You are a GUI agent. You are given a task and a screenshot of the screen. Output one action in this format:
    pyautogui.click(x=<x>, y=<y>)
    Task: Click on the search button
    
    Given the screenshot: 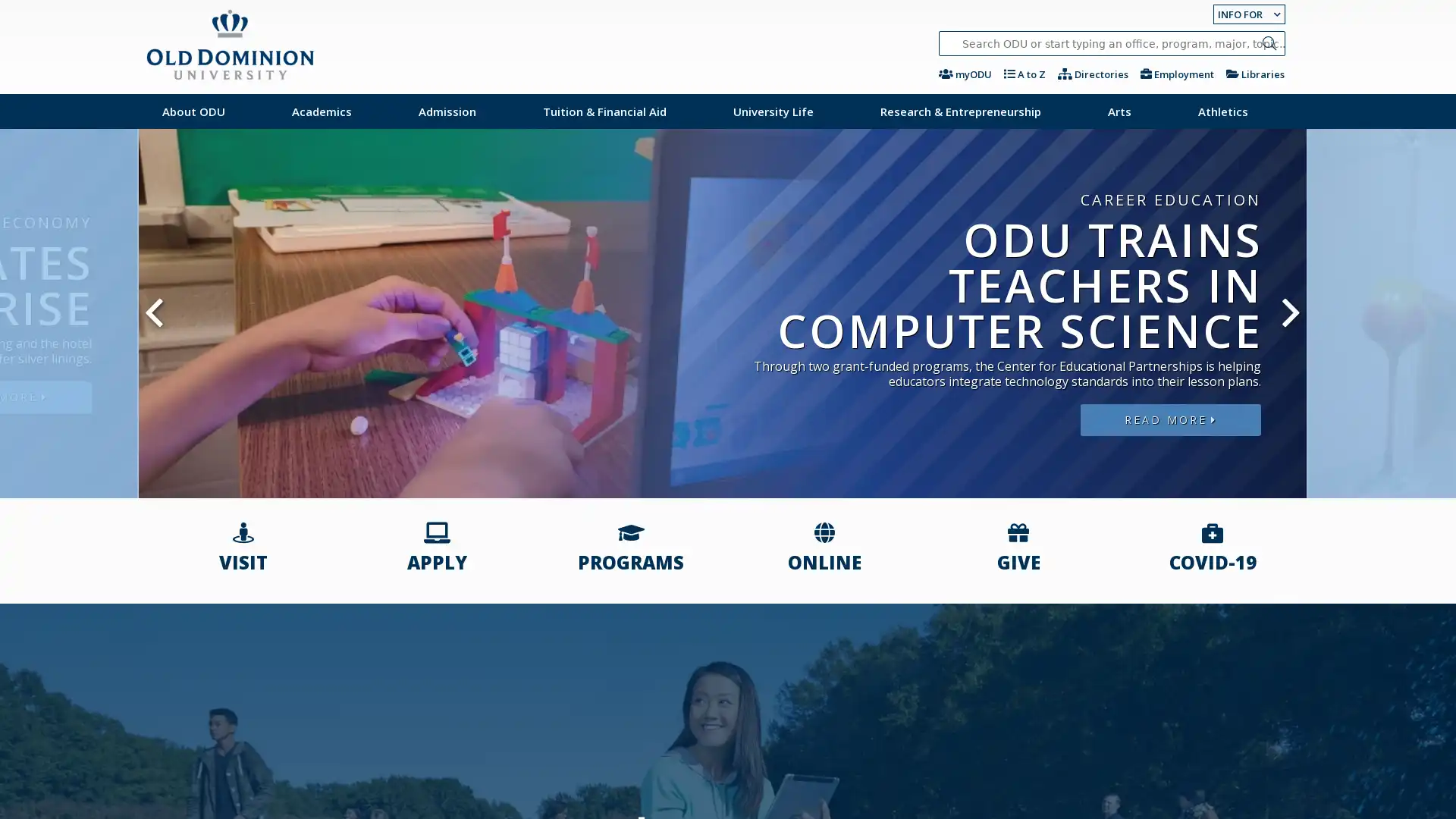 What is the action you would take?
    pyautogui.click(x=1269, y=42)
    